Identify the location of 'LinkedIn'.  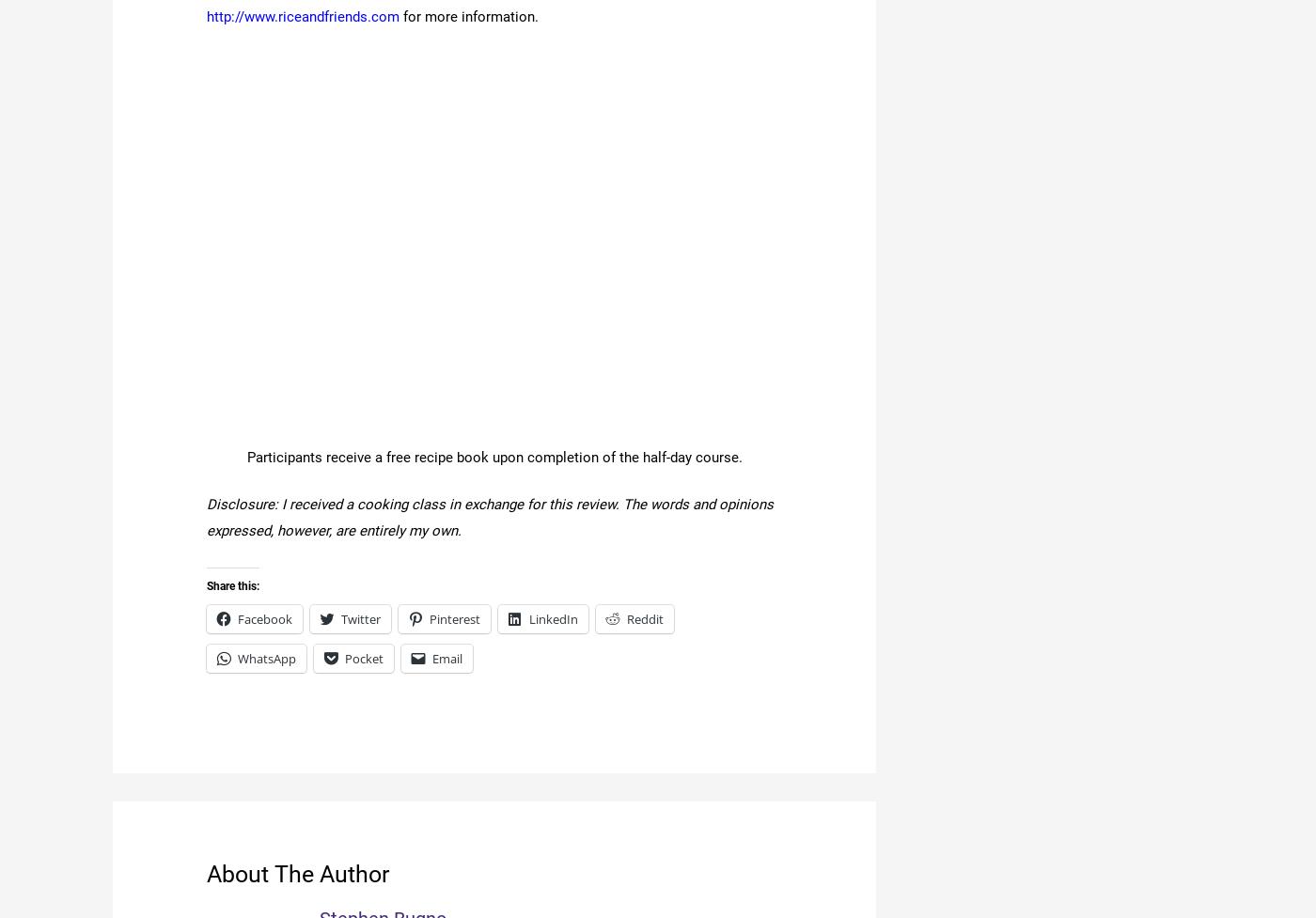
(553, 618).